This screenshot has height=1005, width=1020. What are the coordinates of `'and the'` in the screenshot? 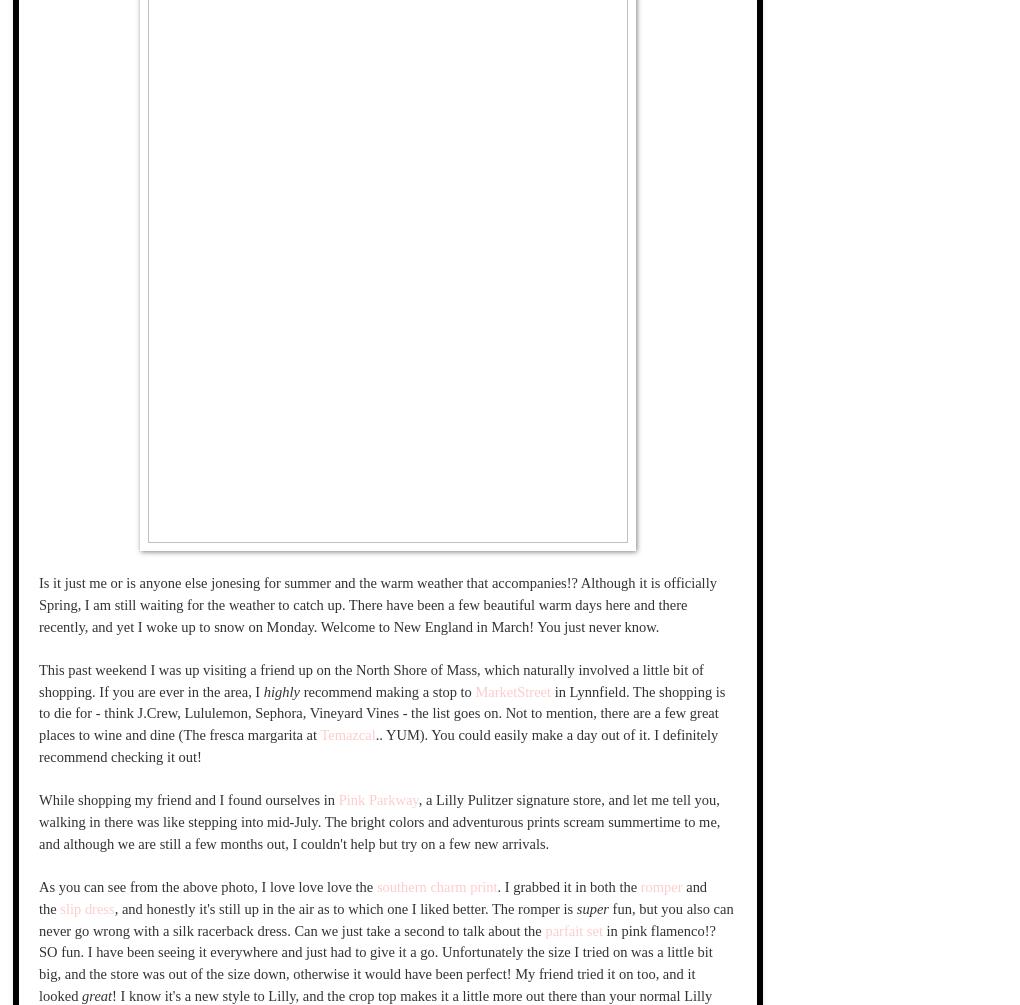 It's located at (37, 896).